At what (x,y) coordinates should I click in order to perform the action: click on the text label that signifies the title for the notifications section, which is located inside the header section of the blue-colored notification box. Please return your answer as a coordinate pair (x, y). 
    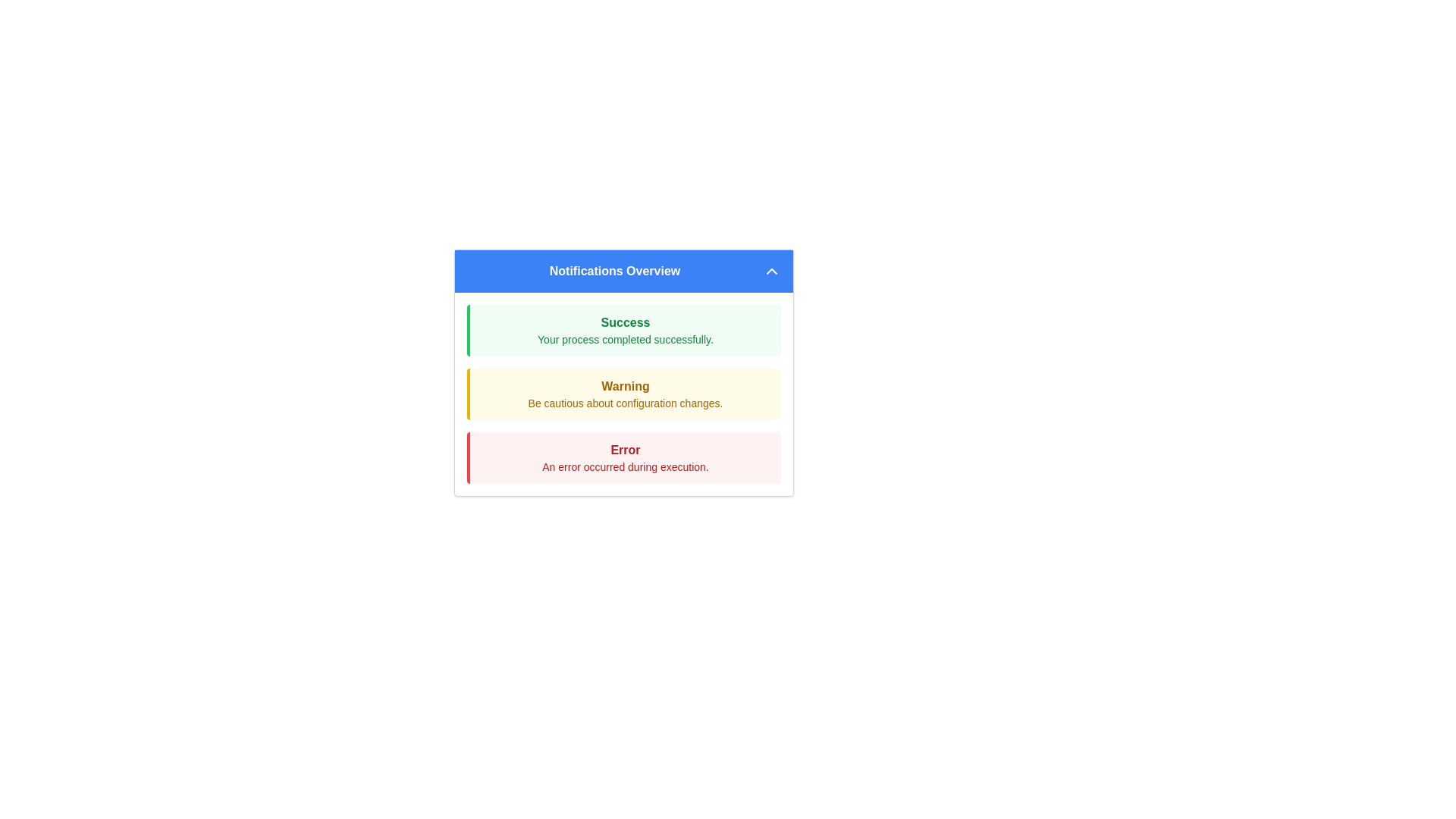
    Looking at the image, I should click on (615, 271).